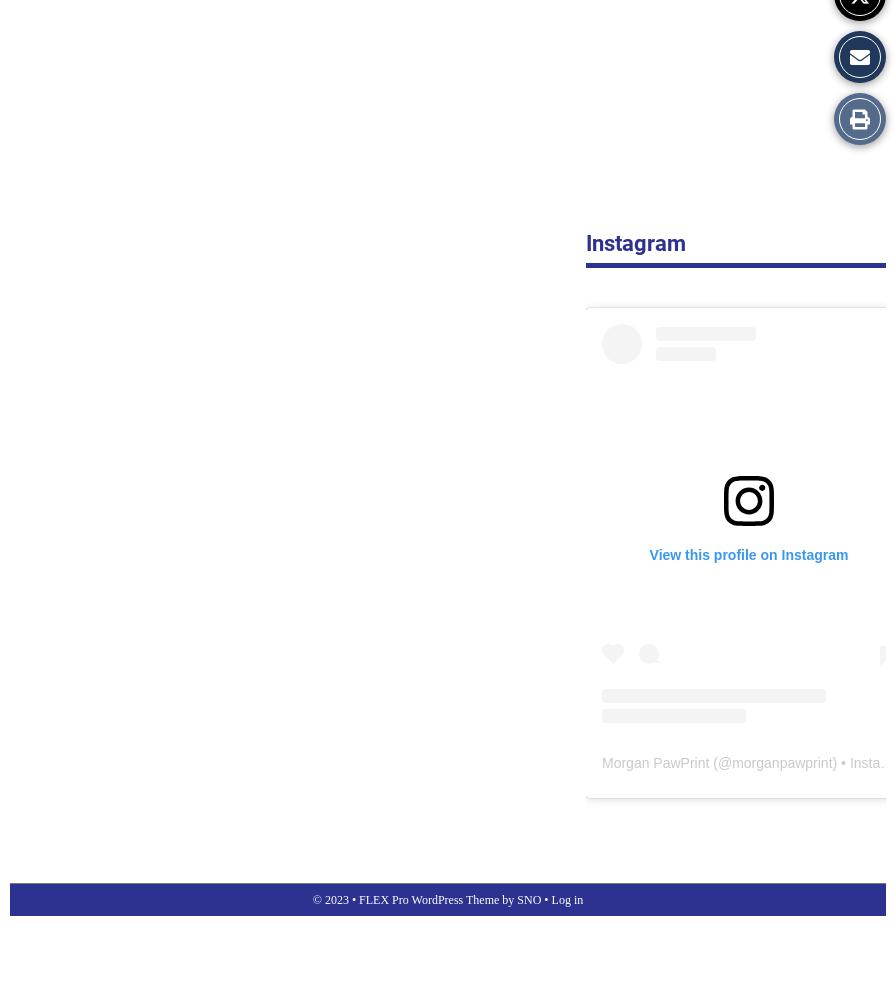  What do you see at coordinates (359, 899) in the screenshot?
I see `'FLEX Pro WordPress Theme'` at bounding box center [359, 899].